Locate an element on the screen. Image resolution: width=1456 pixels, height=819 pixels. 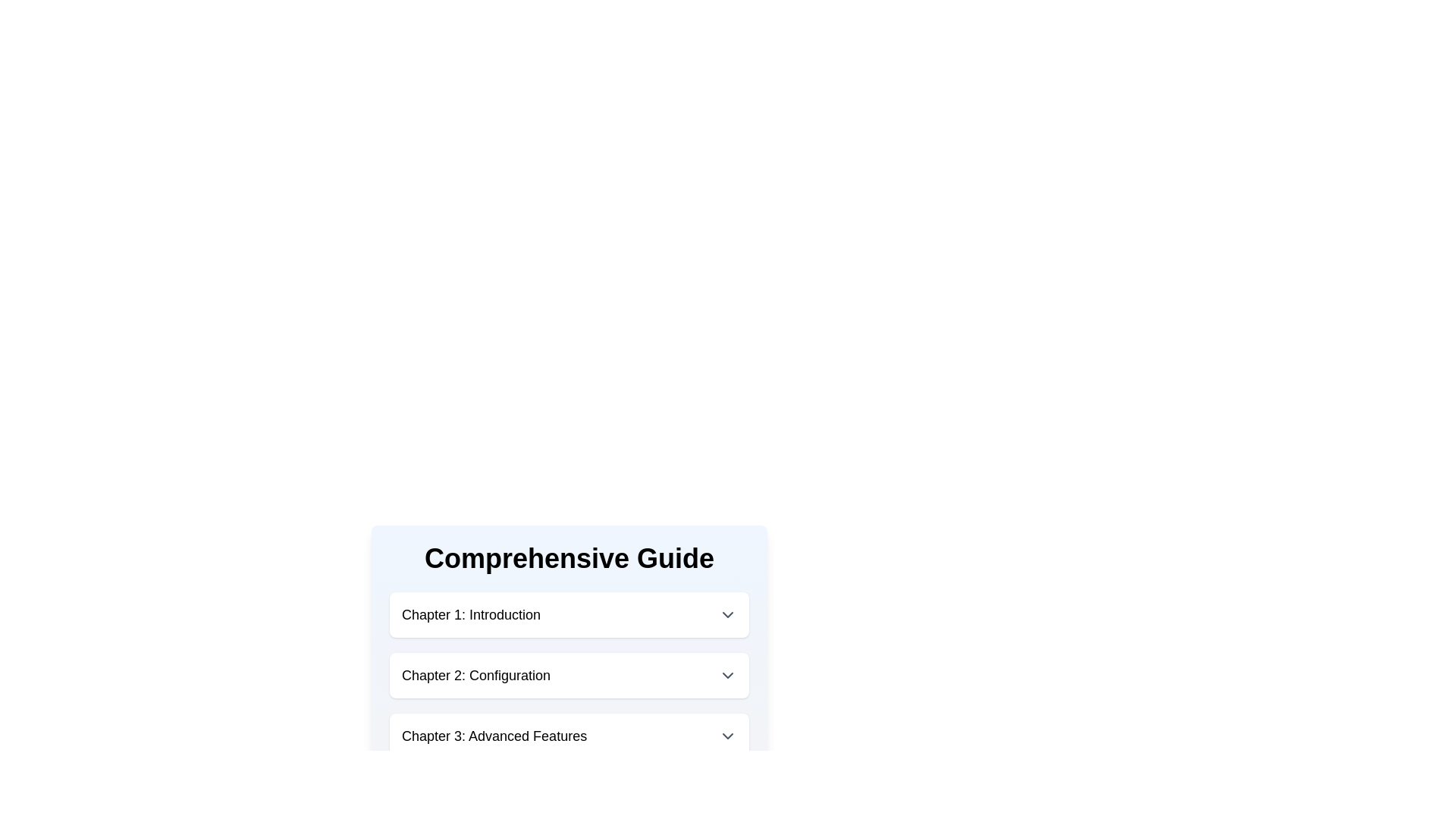
the expandable list item that toggles the visibility of content related to 'Chapter 1: Introduction' within the 'Comprehensive Guide' section is located at coordinates (568, 614).